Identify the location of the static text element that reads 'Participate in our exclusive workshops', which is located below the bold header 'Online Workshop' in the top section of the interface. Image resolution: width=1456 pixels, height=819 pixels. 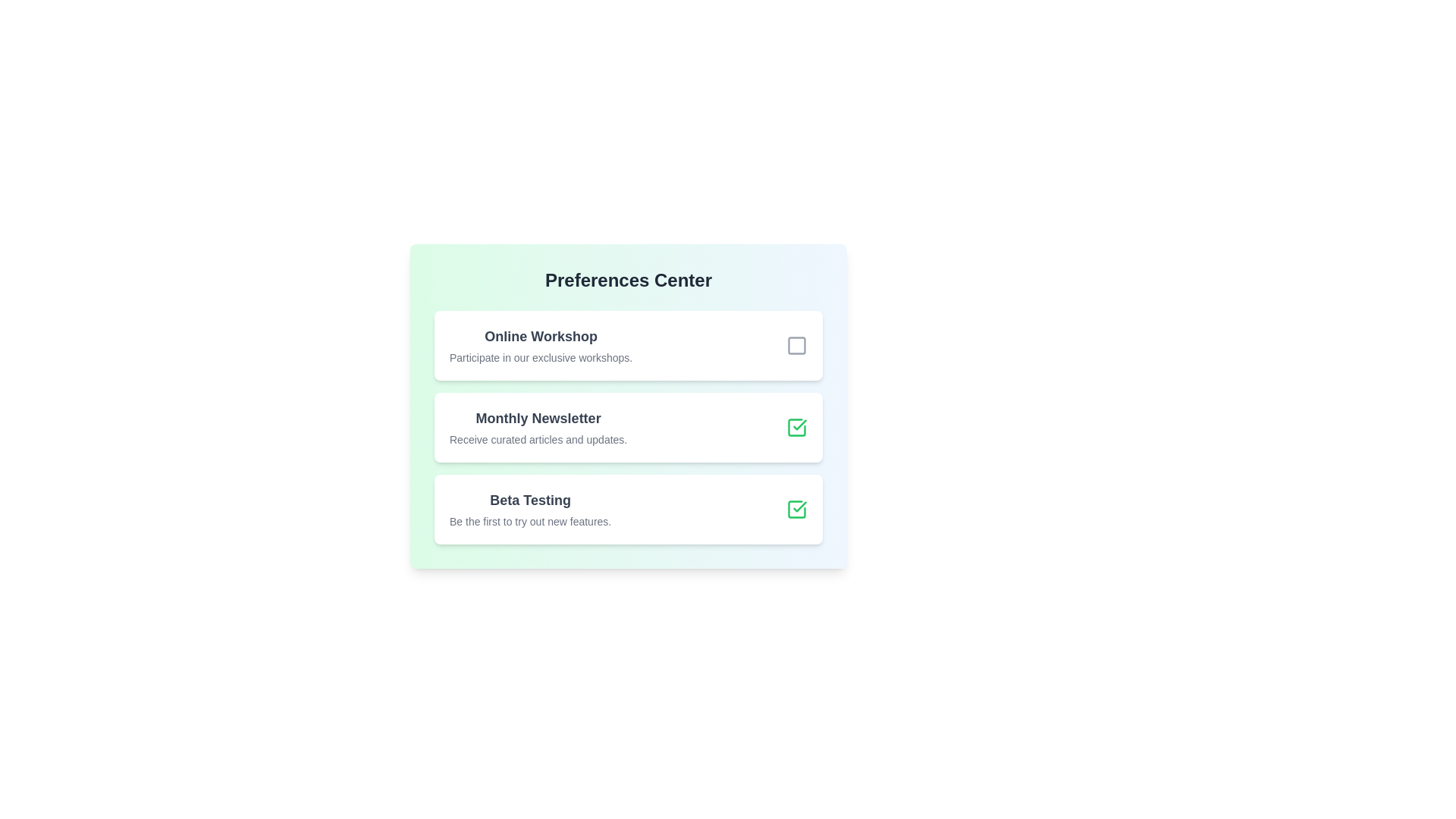
(541, 357).